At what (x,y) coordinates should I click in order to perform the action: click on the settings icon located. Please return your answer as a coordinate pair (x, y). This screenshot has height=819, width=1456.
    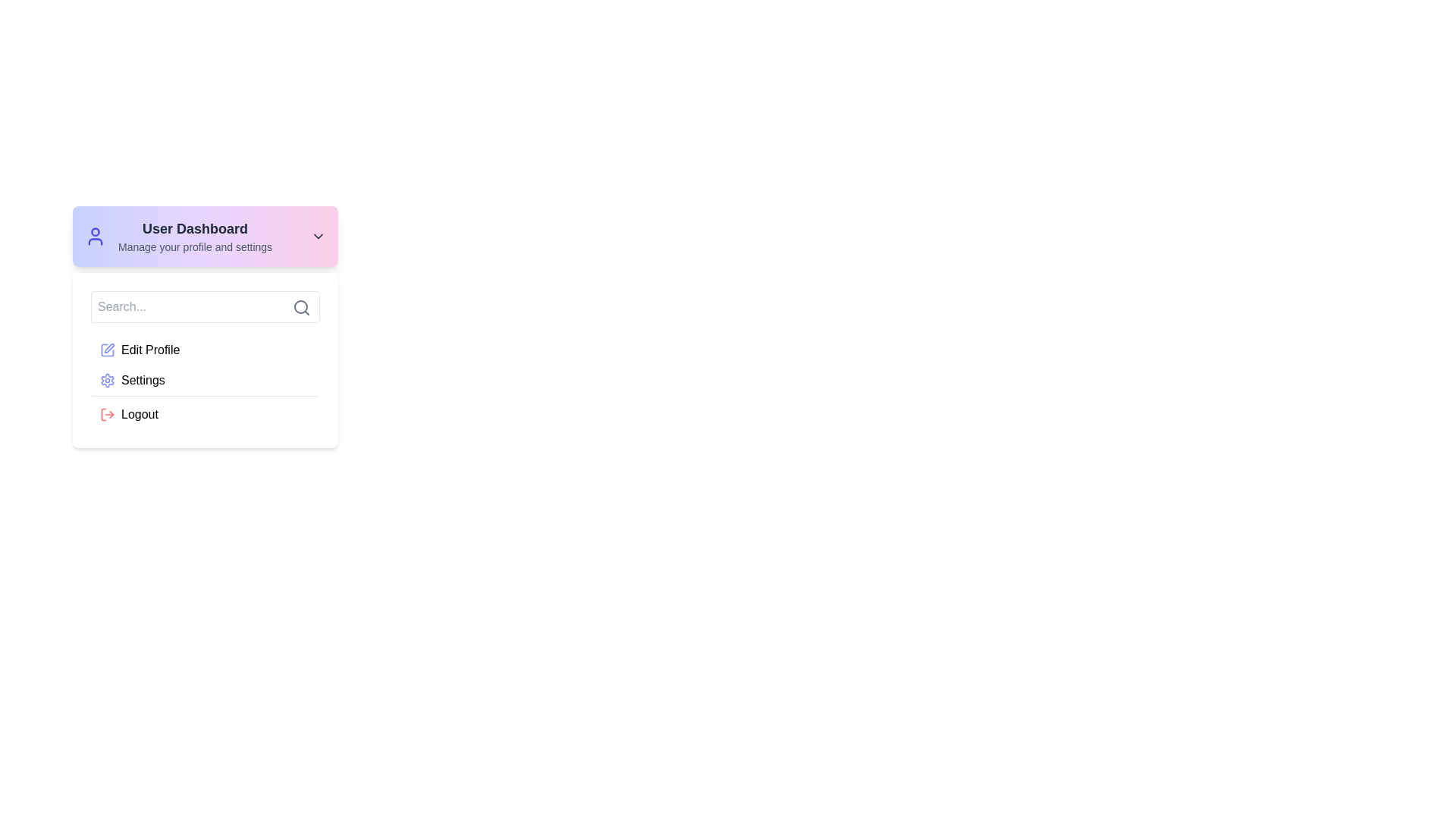
    Looking at the image, I should click on (107, 379).